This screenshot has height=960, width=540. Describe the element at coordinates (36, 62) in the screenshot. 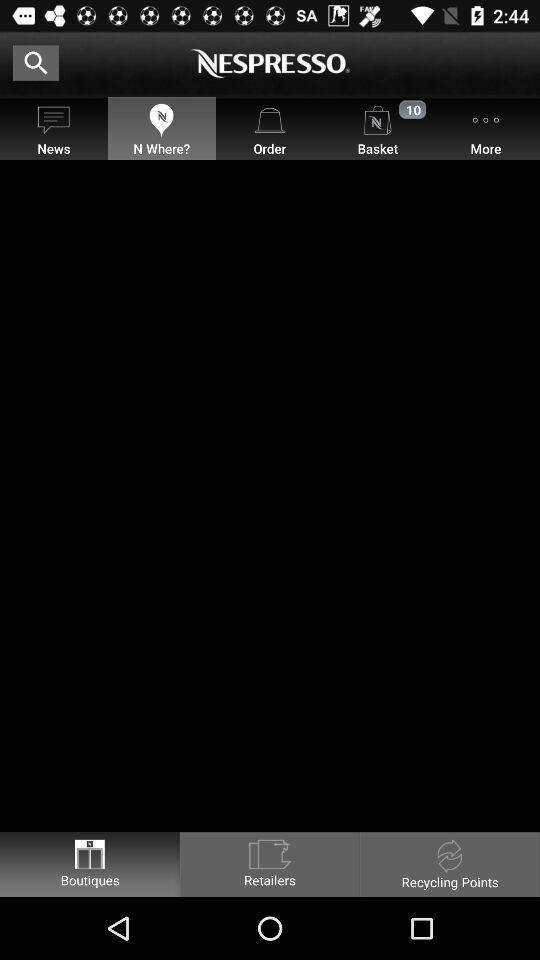

I see `the search icon` at that location.